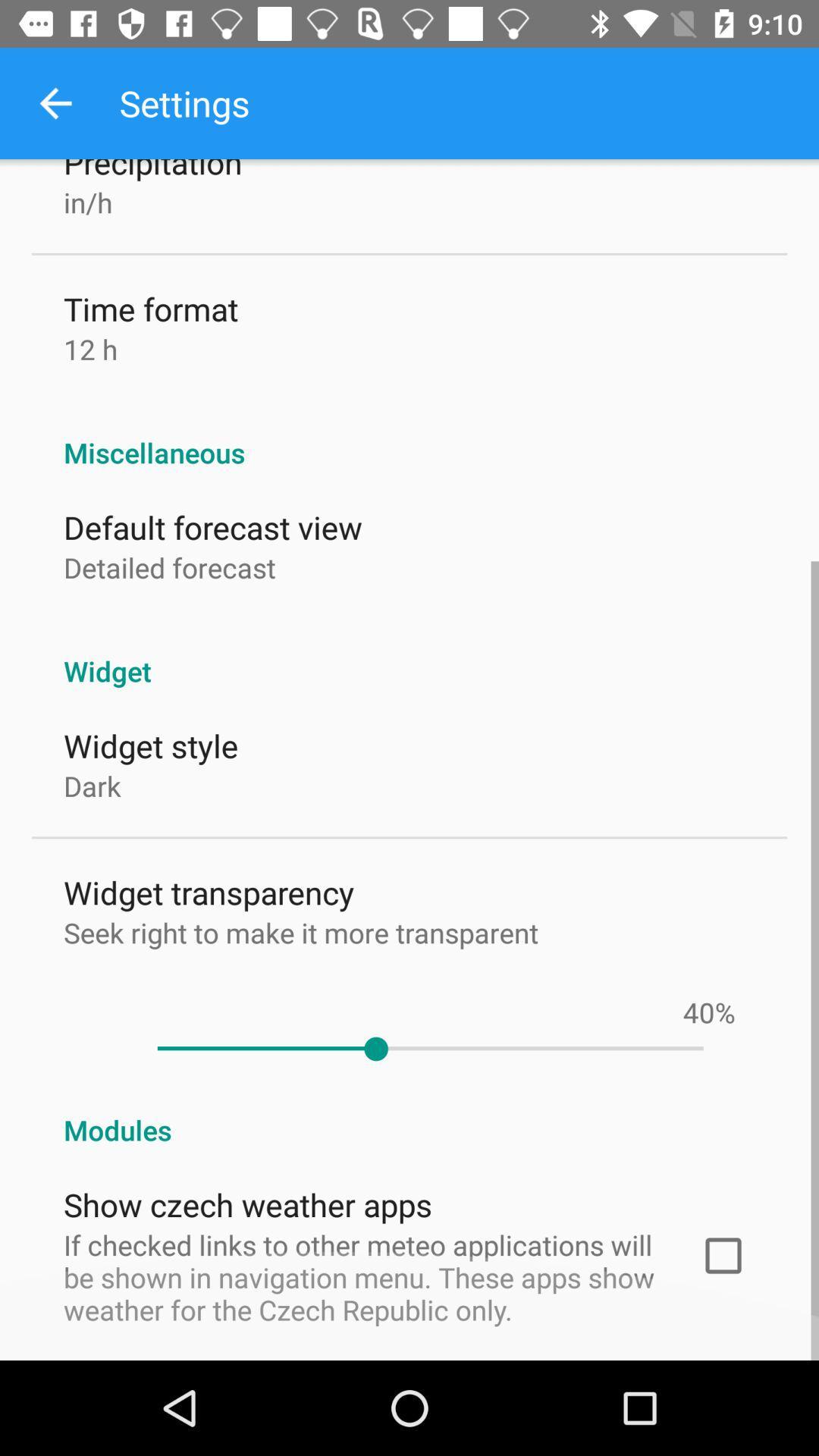 This screenshot has width=819, height=1456. Describe the element at coordinates (92, 786) in the screenshot. I see `the icon above the widget transparency` at that location.